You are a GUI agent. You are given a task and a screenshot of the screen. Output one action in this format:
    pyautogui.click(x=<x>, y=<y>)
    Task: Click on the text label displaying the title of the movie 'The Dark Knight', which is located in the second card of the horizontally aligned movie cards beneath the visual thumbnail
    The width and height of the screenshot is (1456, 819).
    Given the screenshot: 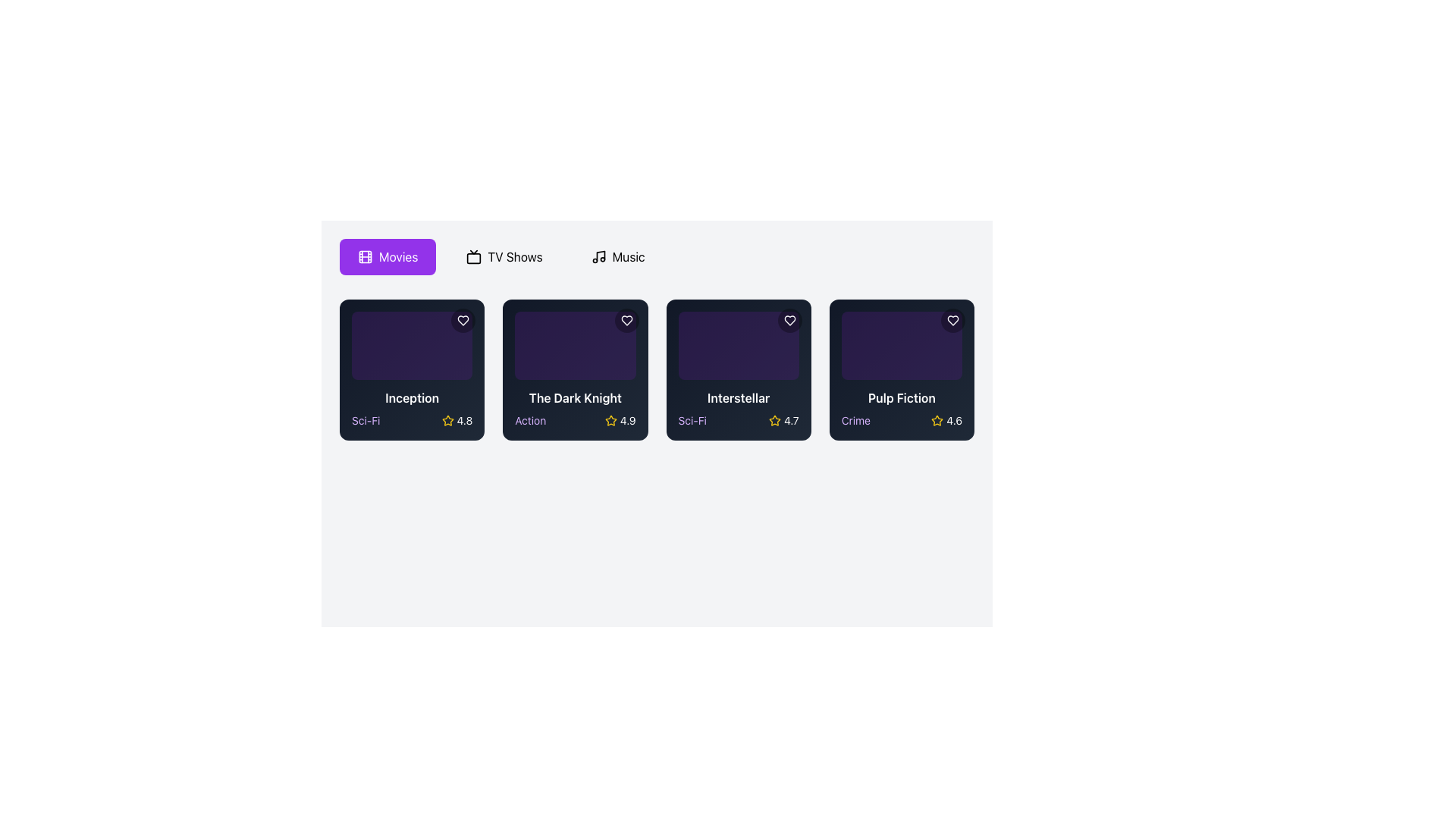 What is the action you would take?
    pyautogui.click(x=574, y=397)
    